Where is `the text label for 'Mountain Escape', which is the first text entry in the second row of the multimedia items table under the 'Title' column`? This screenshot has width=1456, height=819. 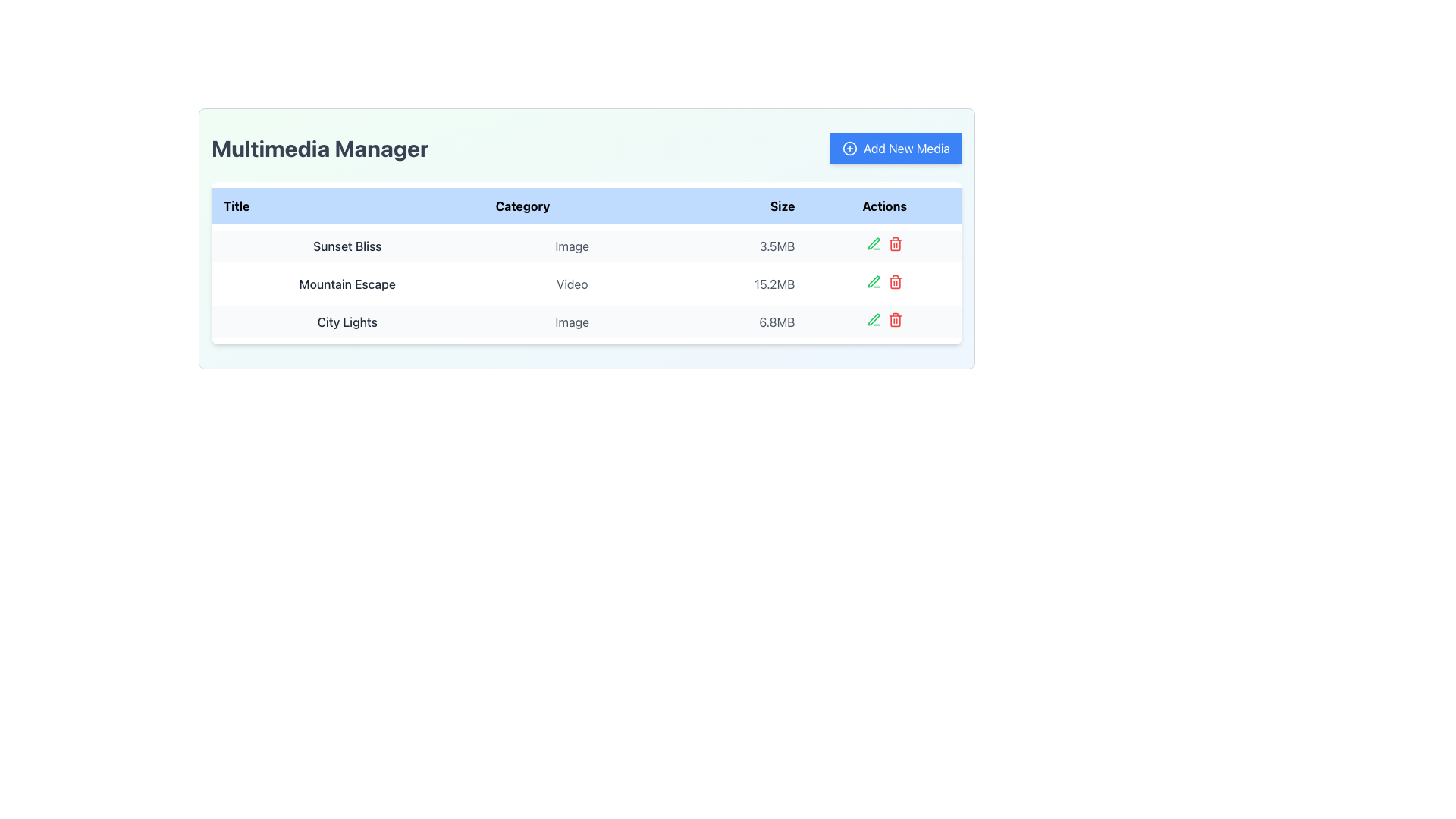
the text label for 'Mountain Escape', which is the first text entry in the second row of the multimedia items table under the 'Title' column is located at coordinates (347, 284).